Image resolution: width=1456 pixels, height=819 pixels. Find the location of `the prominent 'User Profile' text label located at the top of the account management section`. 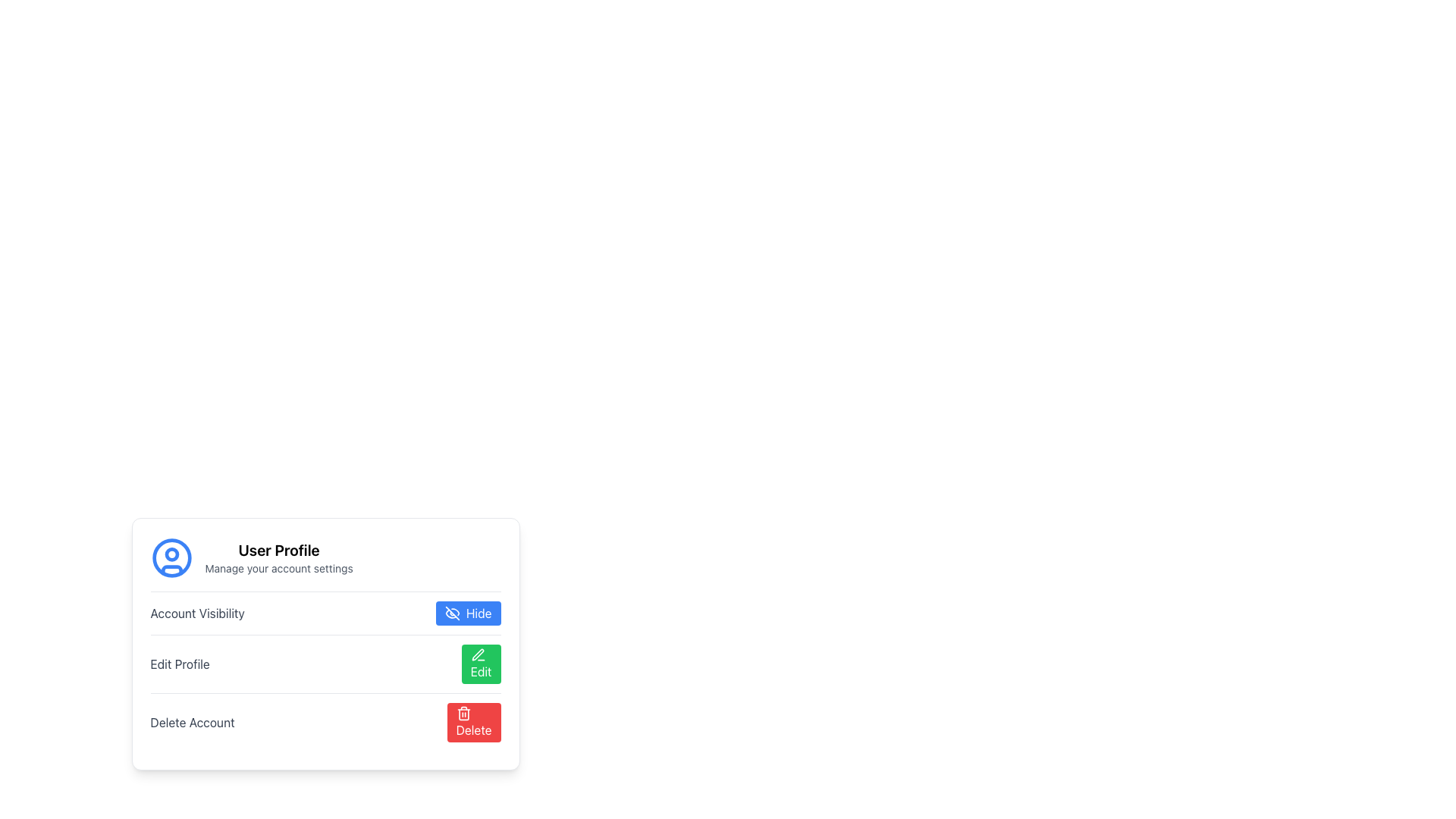

the prominent 'User Profile' text label located at the top of the account management section is located at coordinates (279, 550).